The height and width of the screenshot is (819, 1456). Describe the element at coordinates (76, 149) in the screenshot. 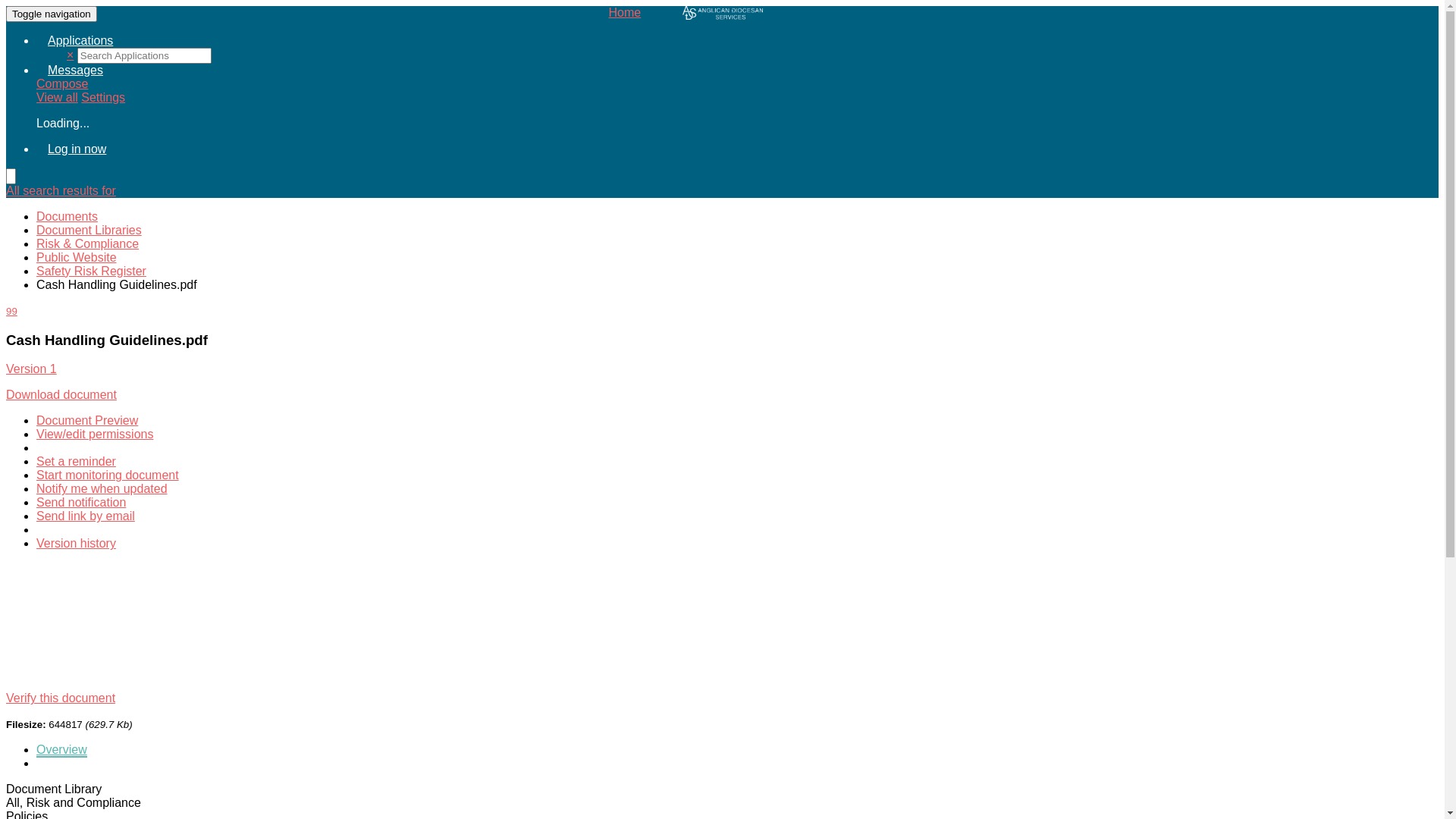

I see `'Log in now'` at that location.